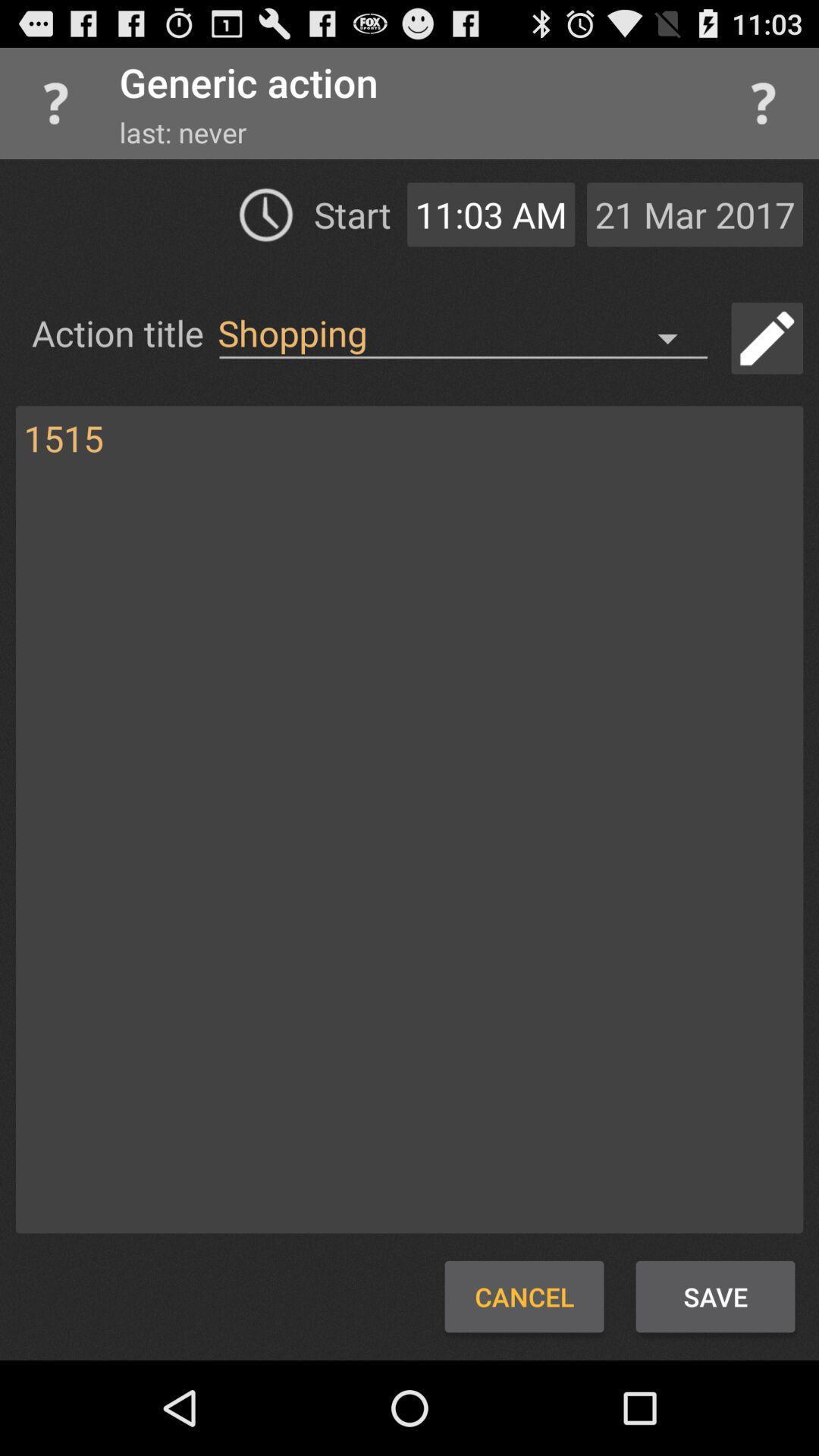 The width and height of the screenshot is (819, 1456). Describe the element at coordinates (763, 110) in the screenshot. I see `the help icon` at that location.